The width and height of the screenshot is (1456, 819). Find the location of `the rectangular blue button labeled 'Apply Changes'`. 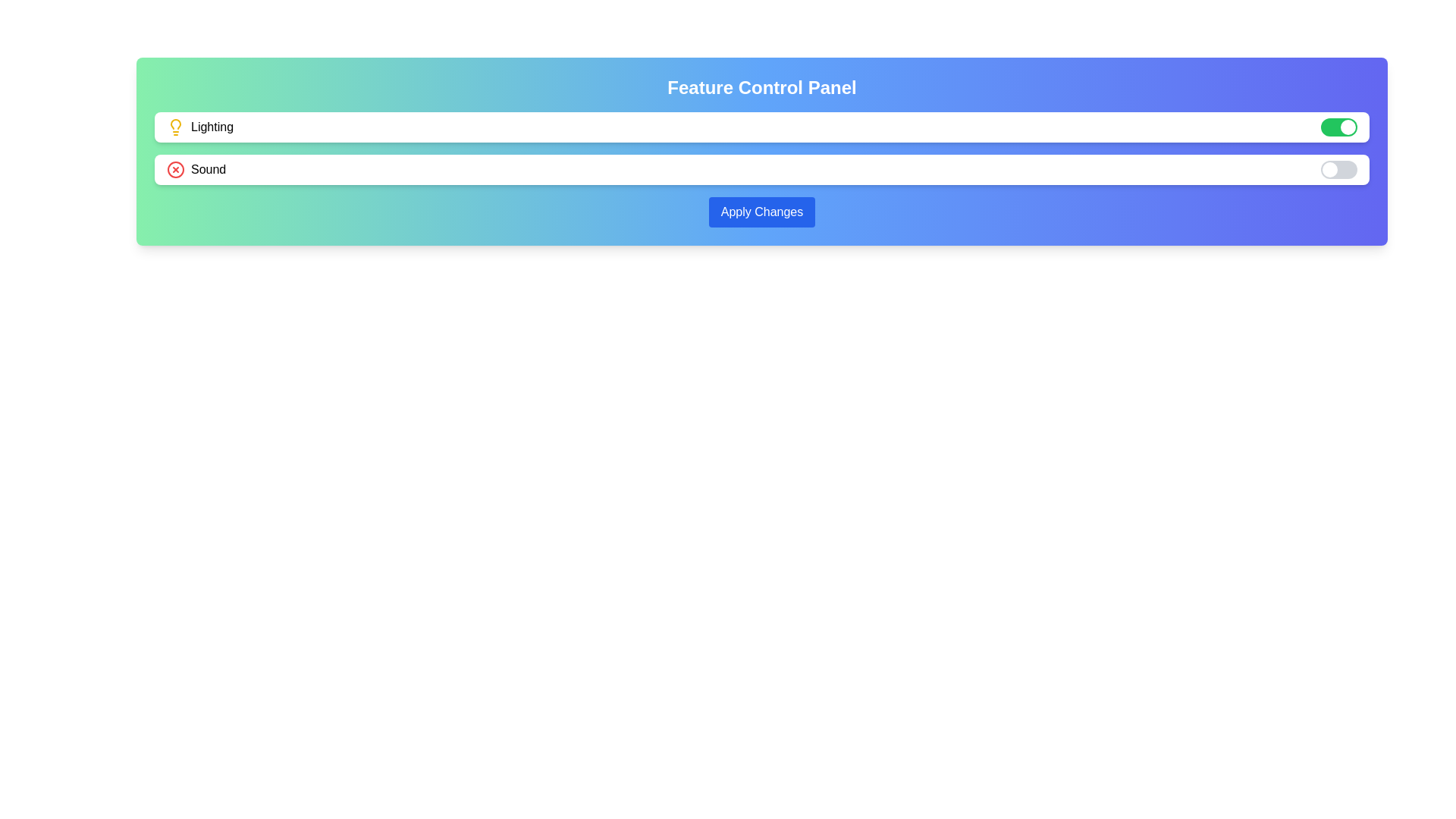

the rectangular blue button labeled 'Apply Changes' is located at coordinates (761, 212).